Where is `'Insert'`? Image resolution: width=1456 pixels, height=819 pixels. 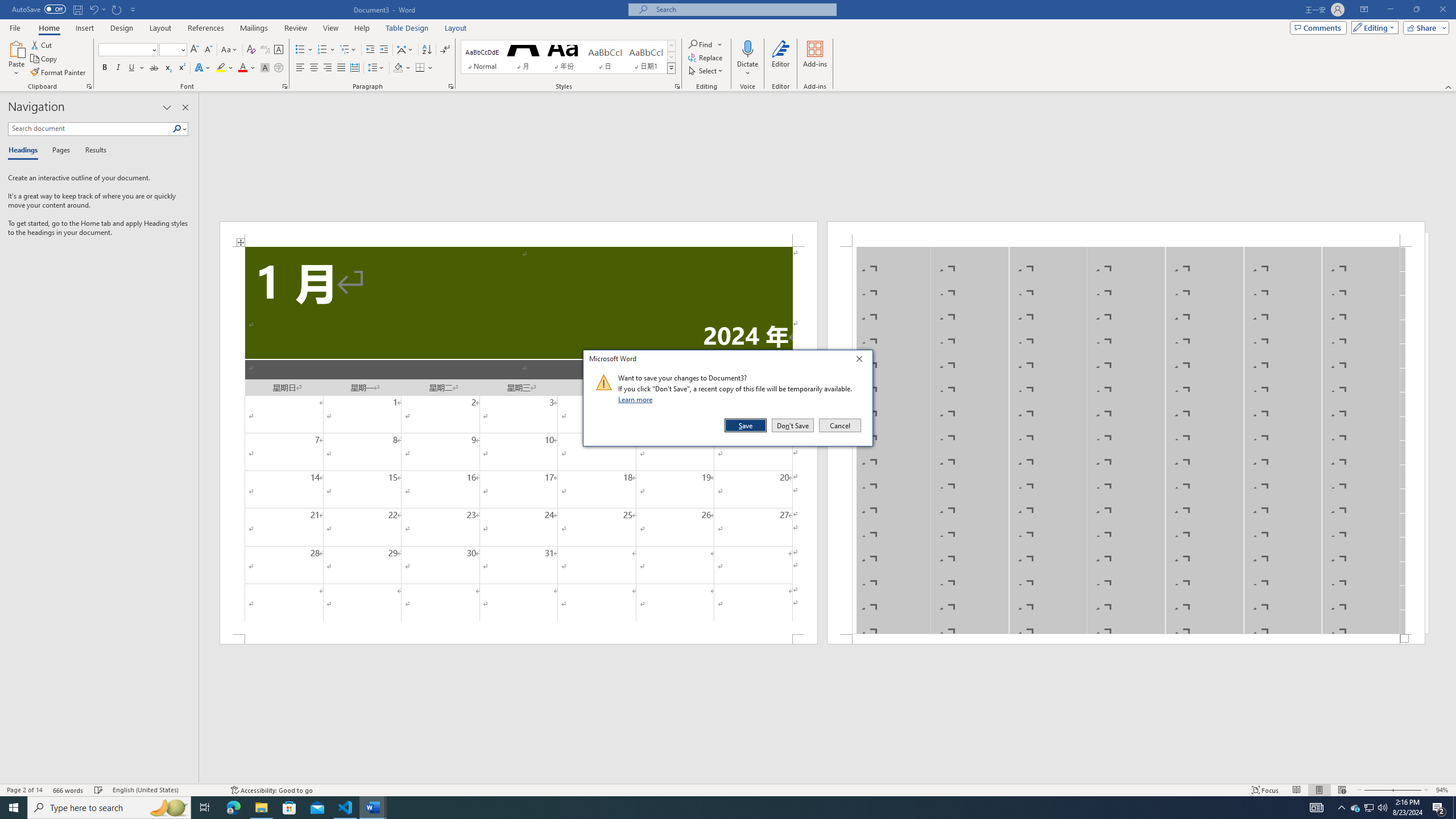 'Insert' is located at coordinates (84, 28).